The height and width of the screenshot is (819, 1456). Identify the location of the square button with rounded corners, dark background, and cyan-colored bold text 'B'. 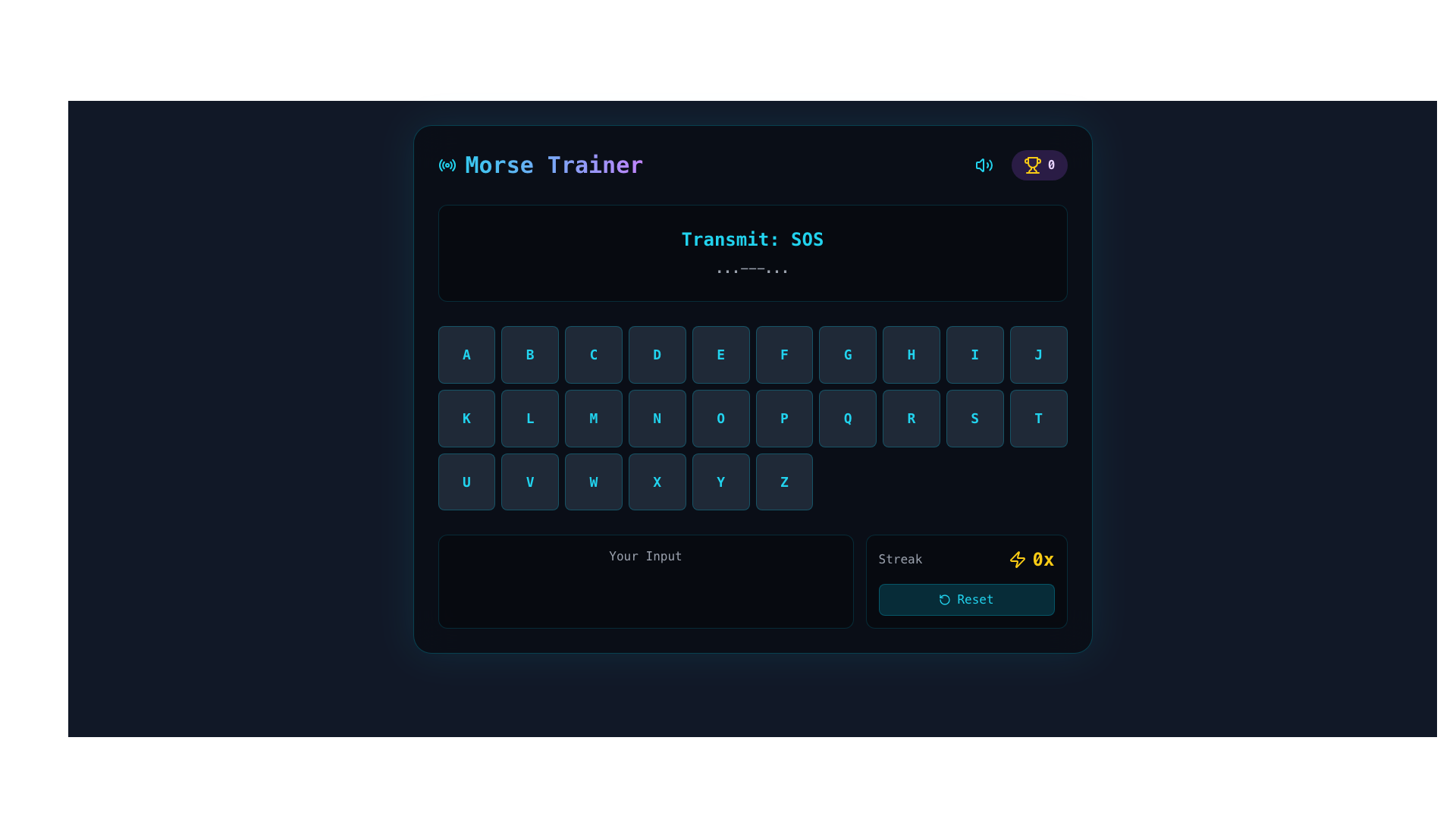
(530, 354).